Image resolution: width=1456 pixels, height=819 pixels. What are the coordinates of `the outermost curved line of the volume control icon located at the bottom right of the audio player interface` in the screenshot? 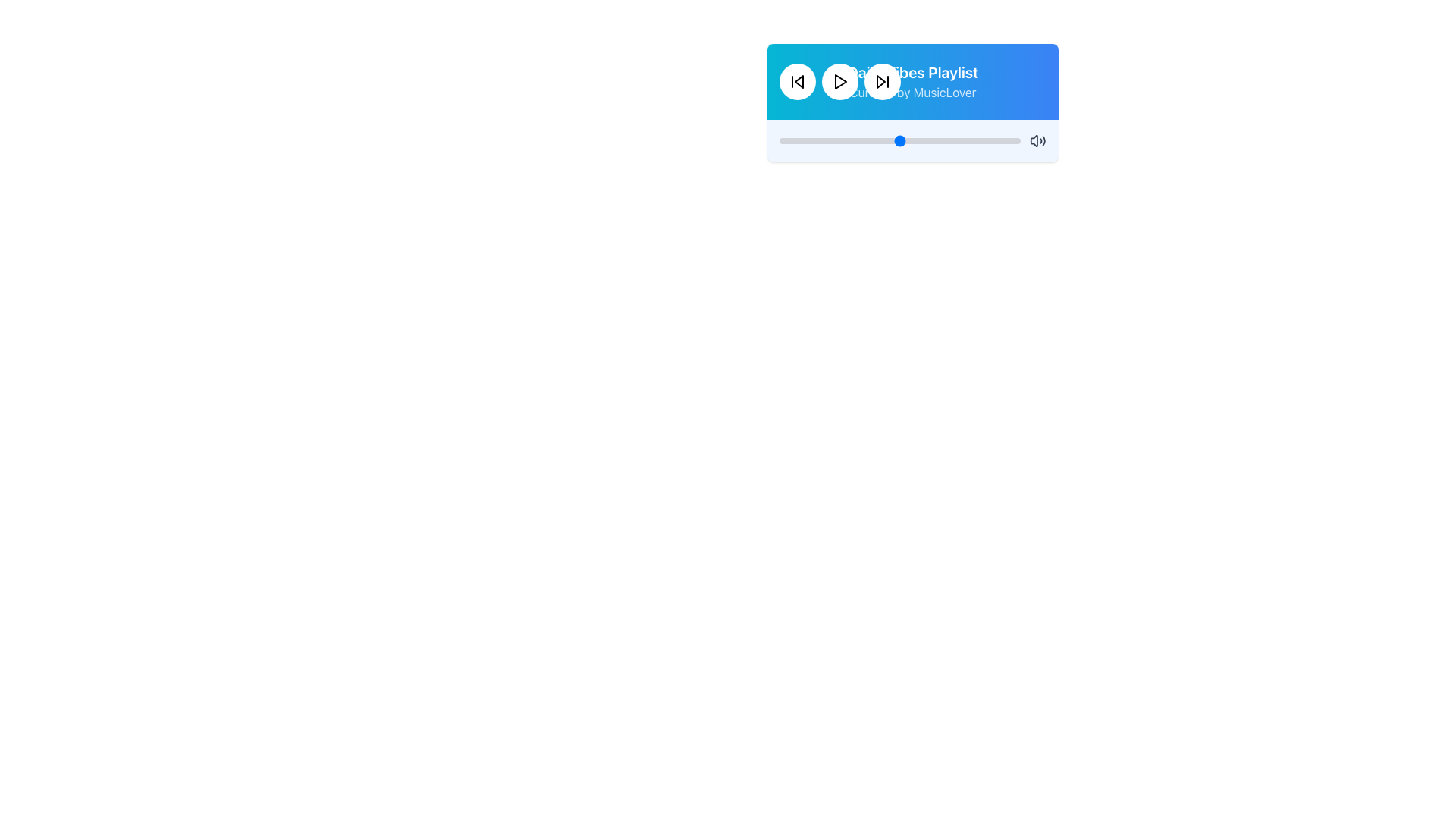 It's located at (1043, 140).